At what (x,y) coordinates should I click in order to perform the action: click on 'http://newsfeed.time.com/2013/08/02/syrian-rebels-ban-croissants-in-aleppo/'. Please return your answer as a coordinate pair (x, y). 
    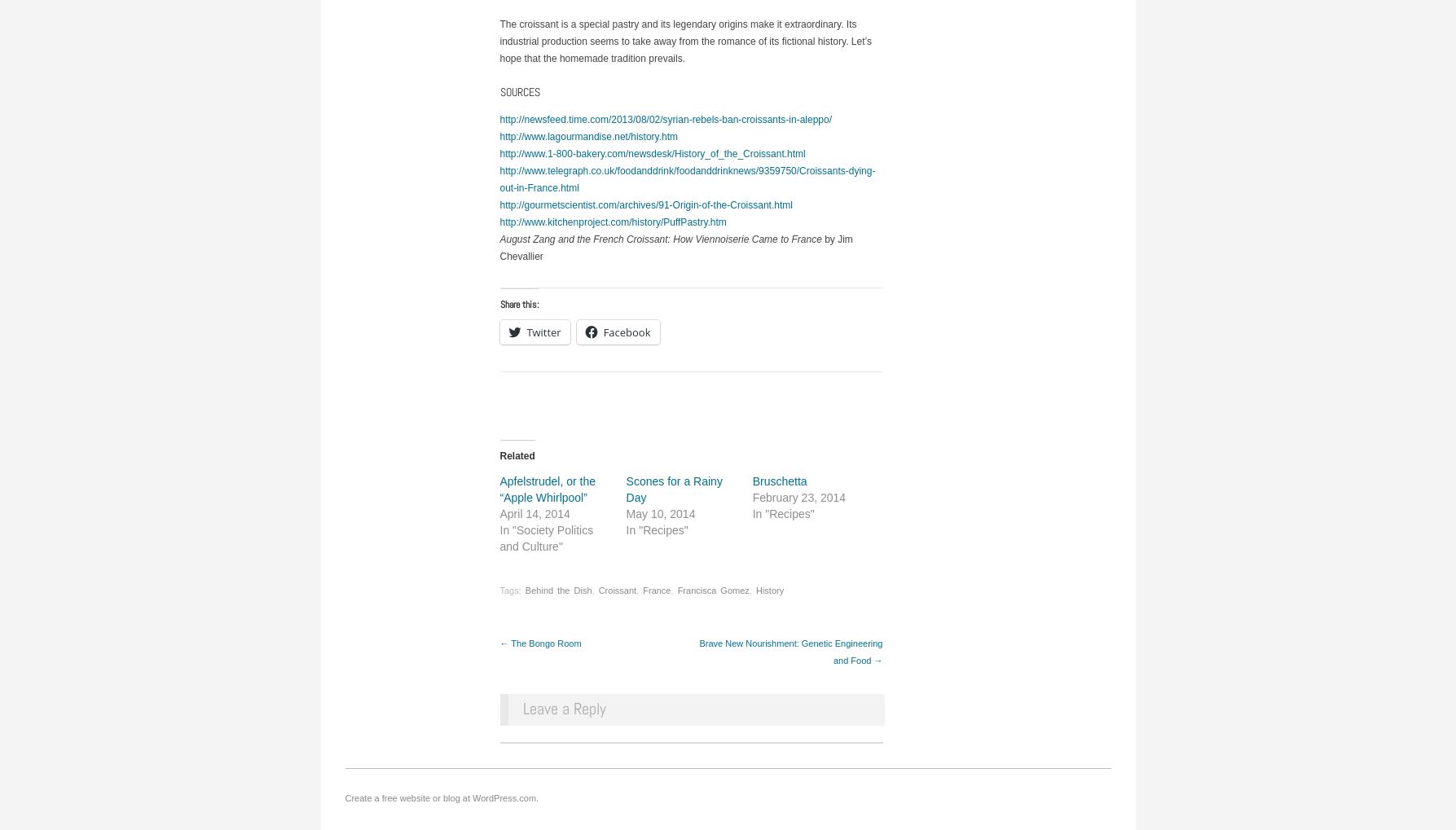
    Looking at the image, I should click on (498, 119).